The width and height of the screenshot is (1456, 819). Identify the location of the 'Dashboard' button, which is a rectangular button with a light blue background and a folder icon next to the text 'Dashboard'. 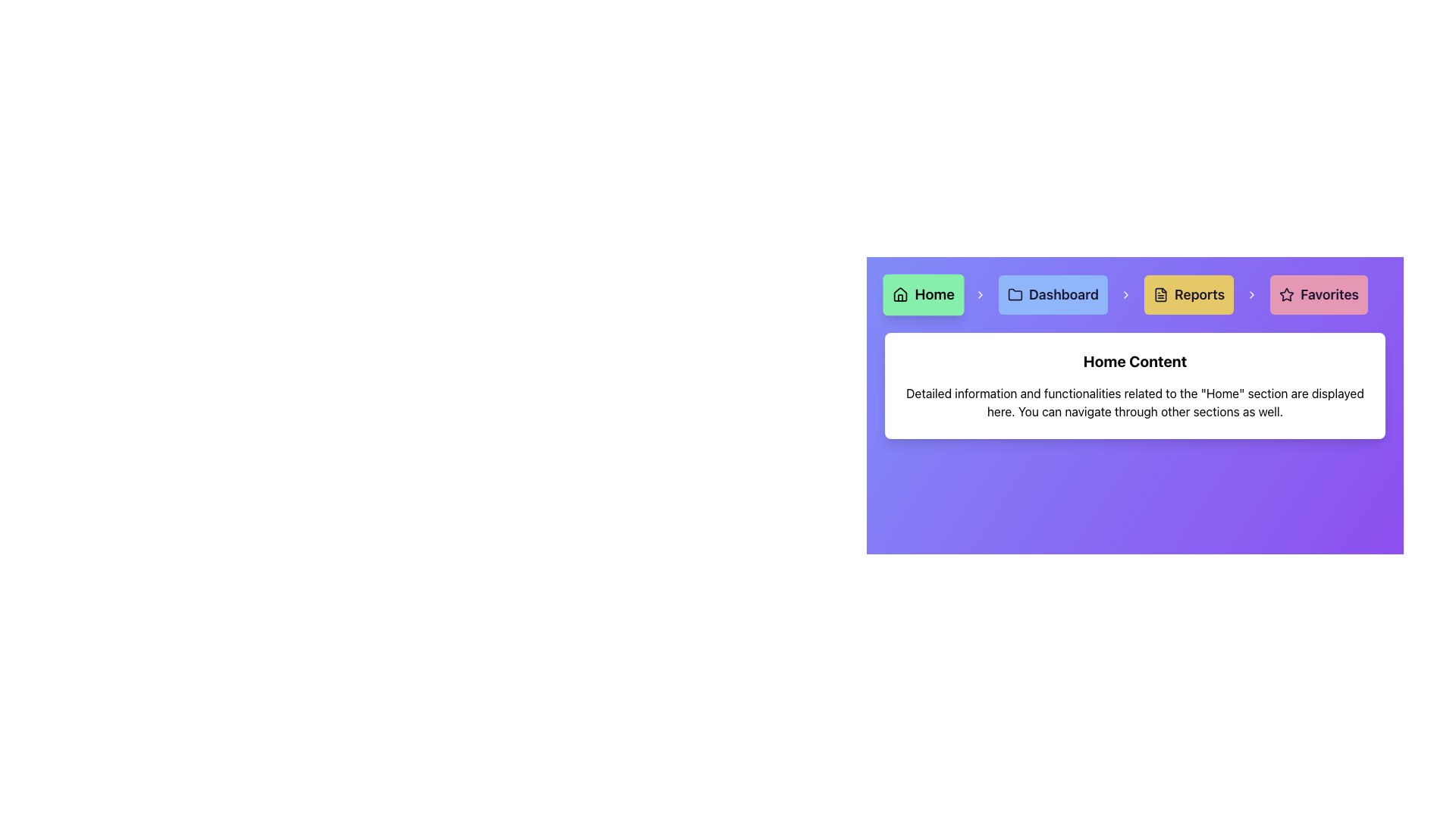
(1052, 295).